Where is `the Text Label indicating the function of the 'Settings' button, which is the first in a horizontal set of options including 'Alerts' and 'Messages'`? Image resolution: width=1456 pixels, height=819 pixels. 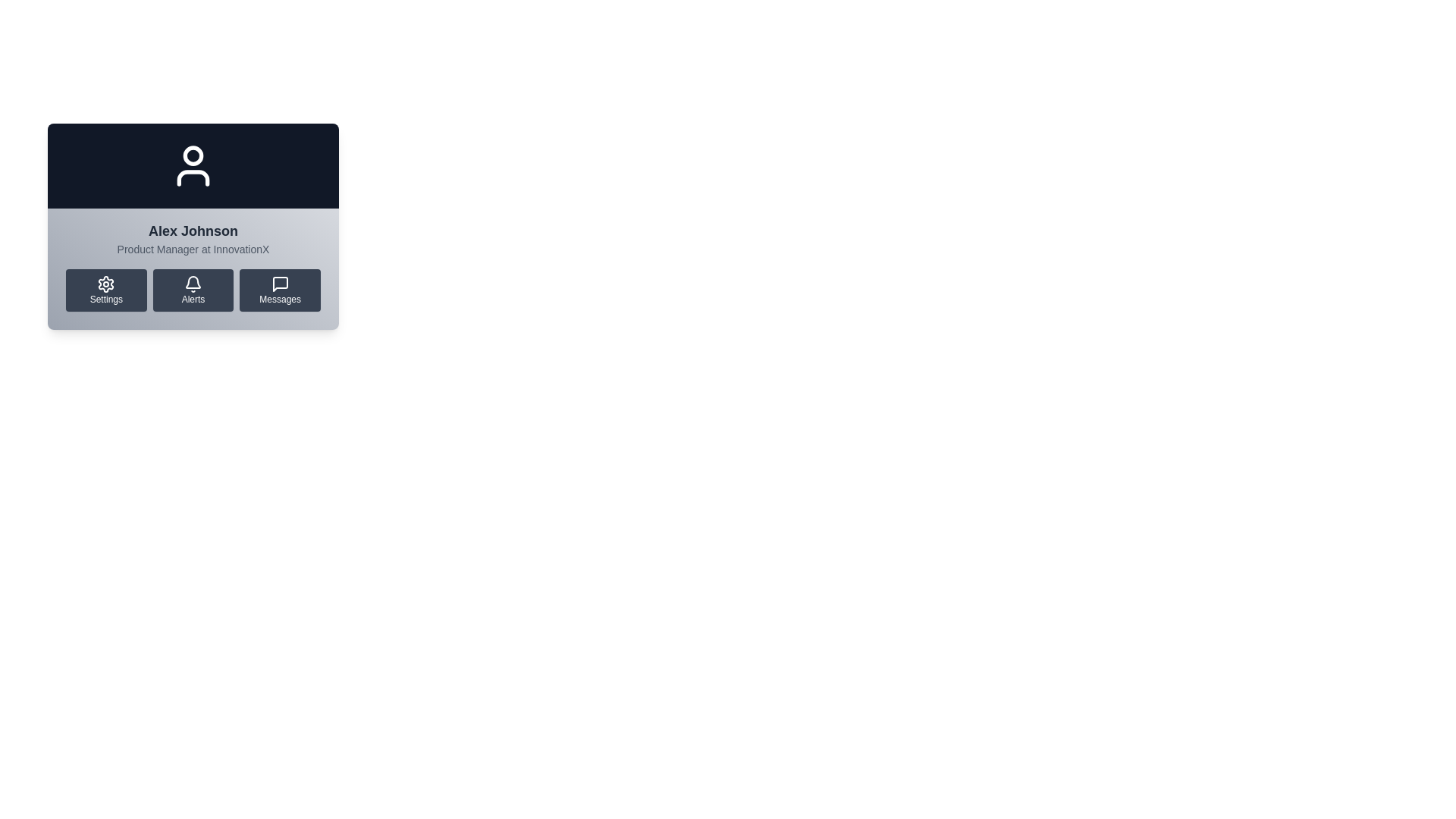 the Text Label indicating the function of the 'Settings' button, which is the first in a horizontal set of options including 'Alerts' and 'Messages' is located at coordinates (105, 299).